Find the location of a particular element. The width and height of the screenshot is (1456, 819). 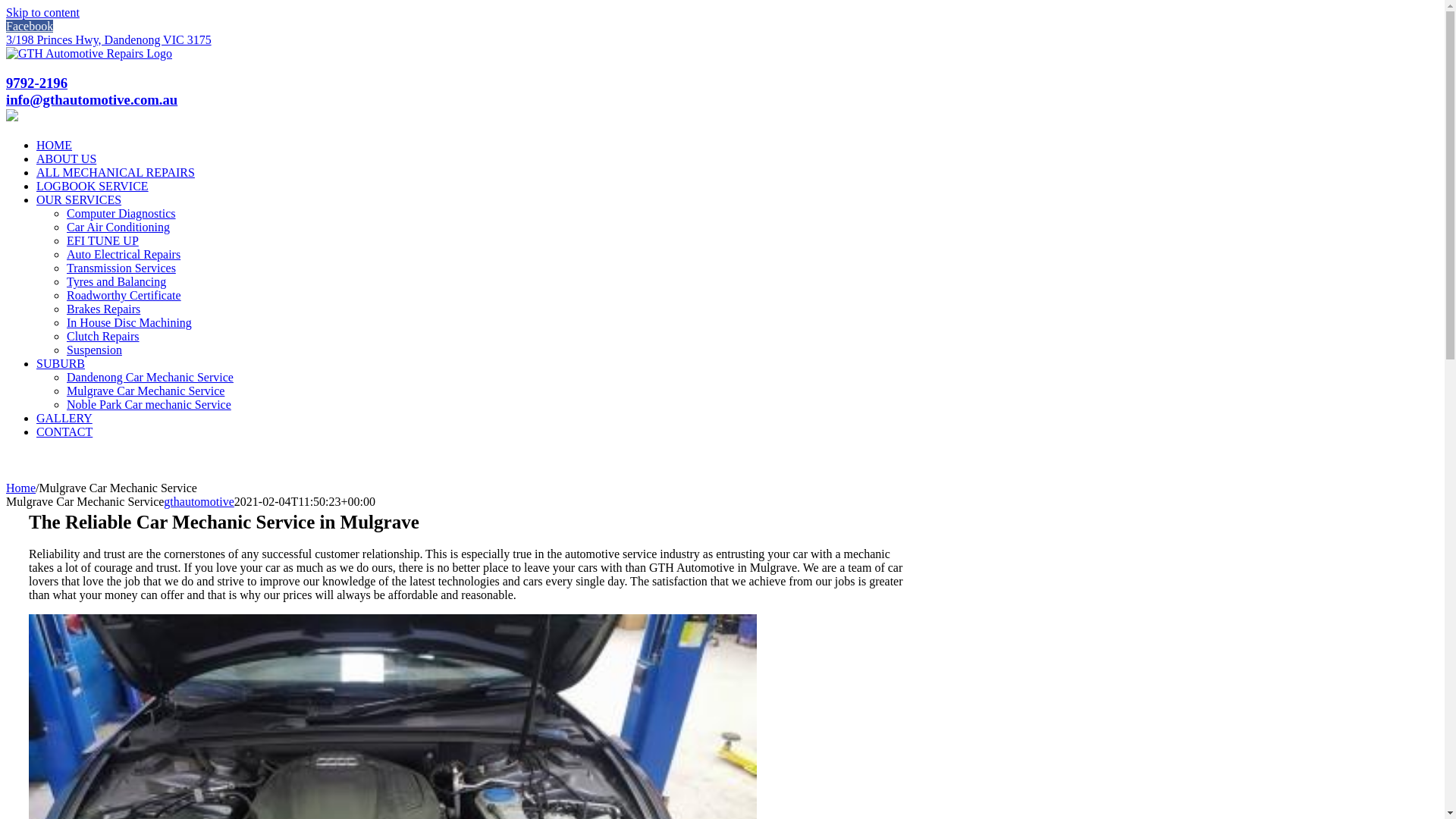

'info@gthautomotive.com.au' is located at coordinates (6, 99).